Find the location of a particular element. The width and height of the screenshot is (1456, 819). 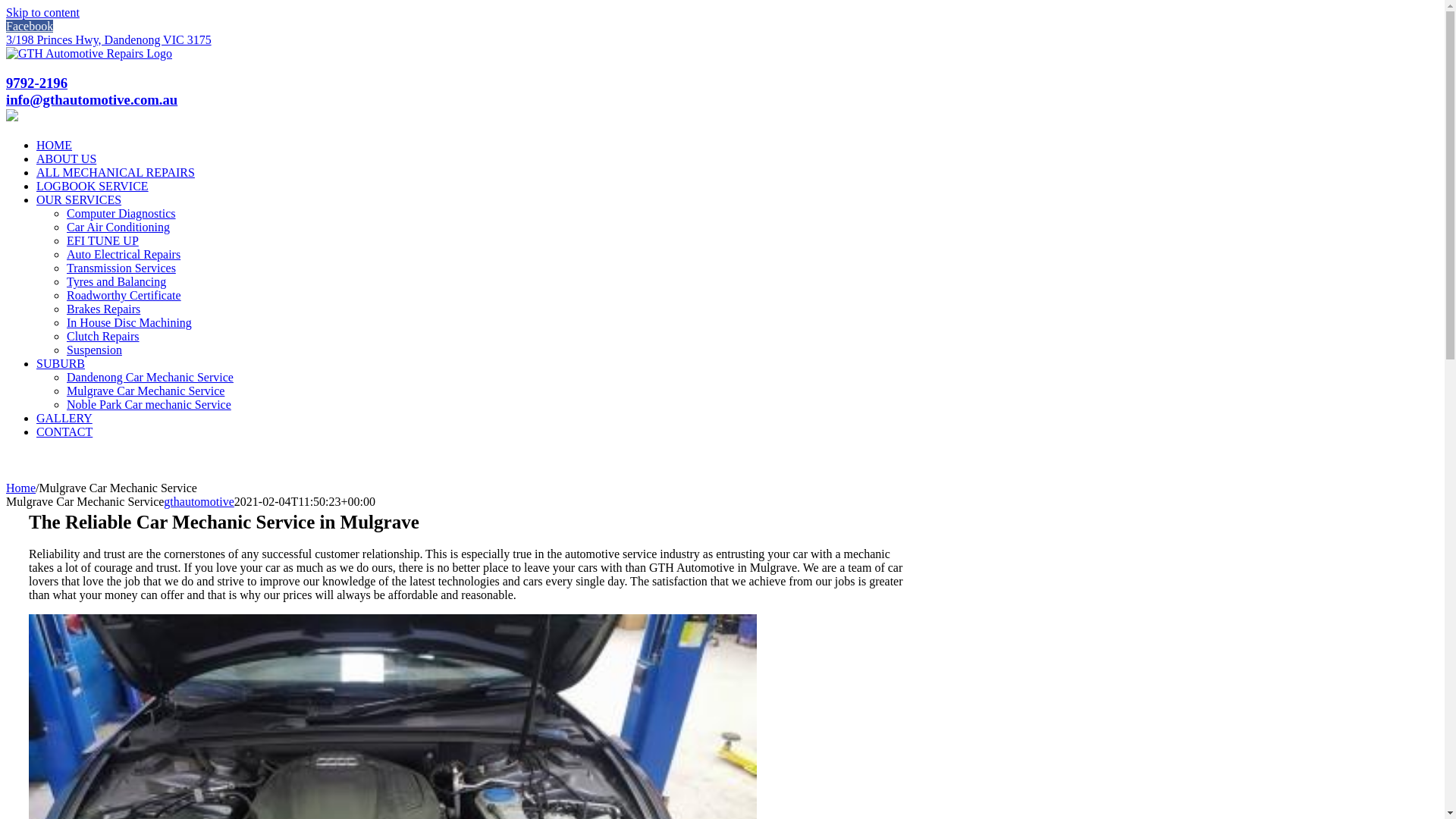

'info@gthautomotive.com.au' is located at coordinates (6, 99).